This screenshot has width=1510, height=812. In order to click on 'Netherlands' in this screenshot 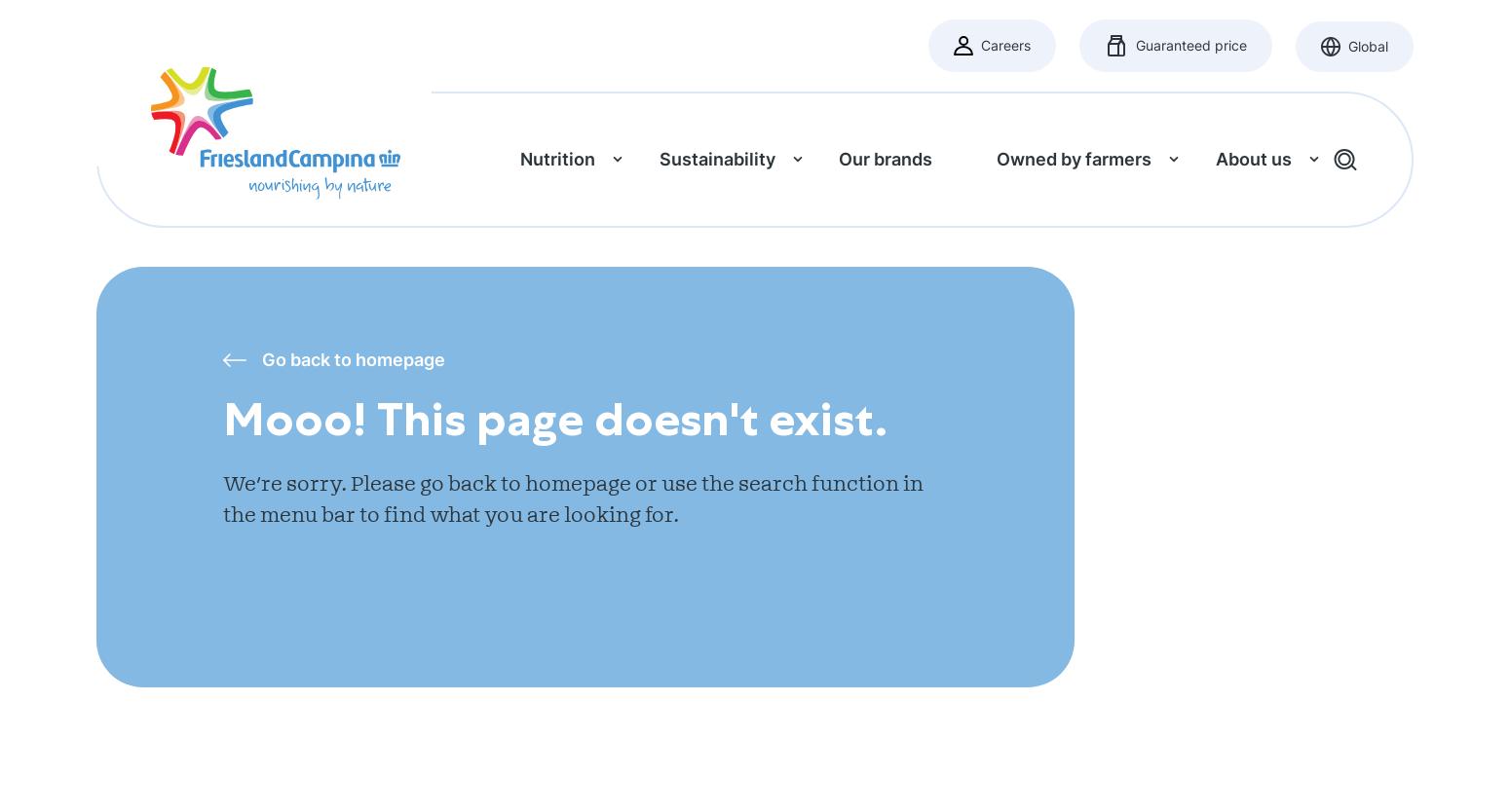, I will do `click(630, 286)`.